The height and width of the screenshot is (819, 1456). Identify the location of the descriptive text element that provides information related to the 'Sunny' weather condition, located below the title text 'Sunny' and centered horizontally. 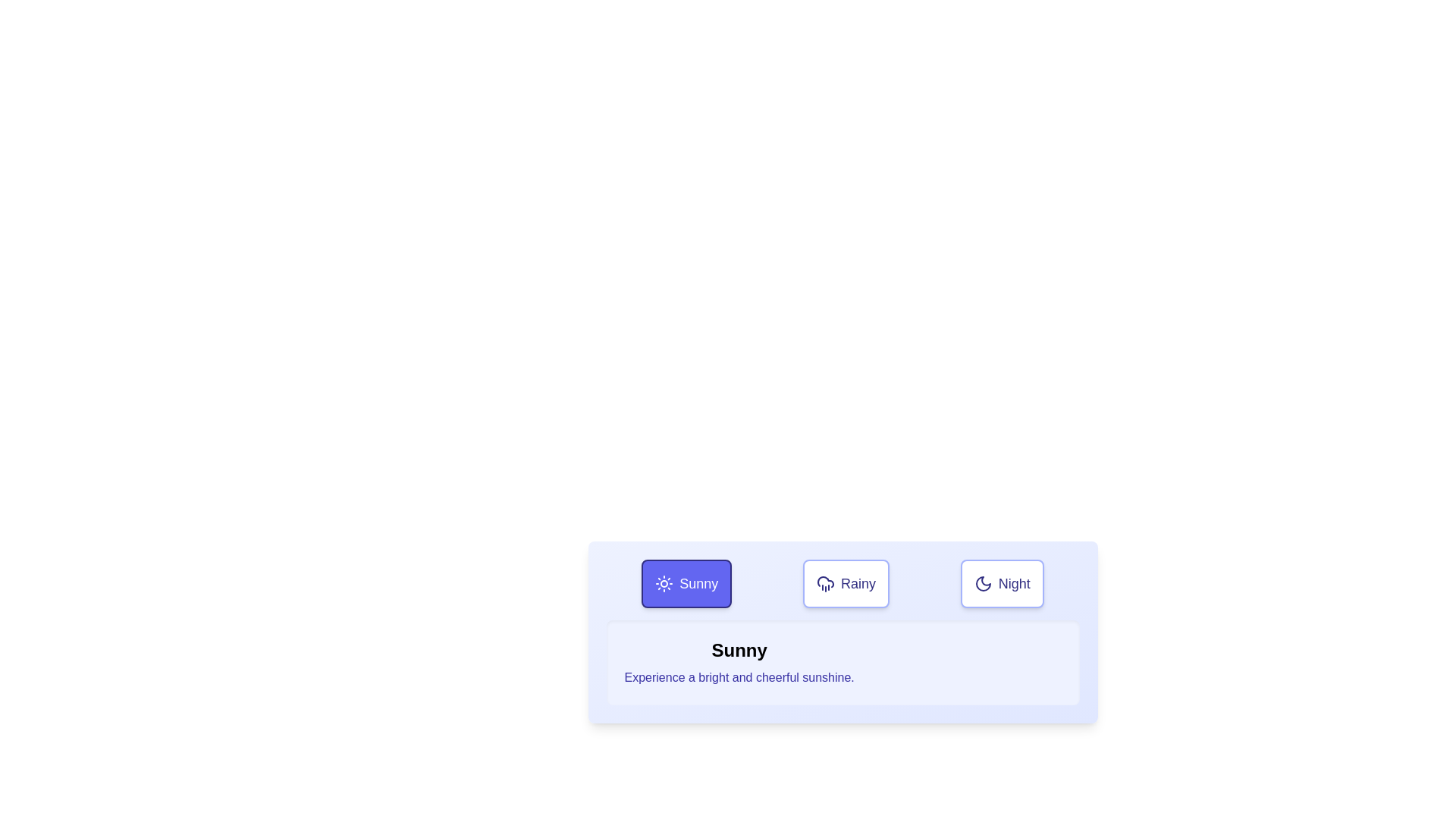
(739, 677).